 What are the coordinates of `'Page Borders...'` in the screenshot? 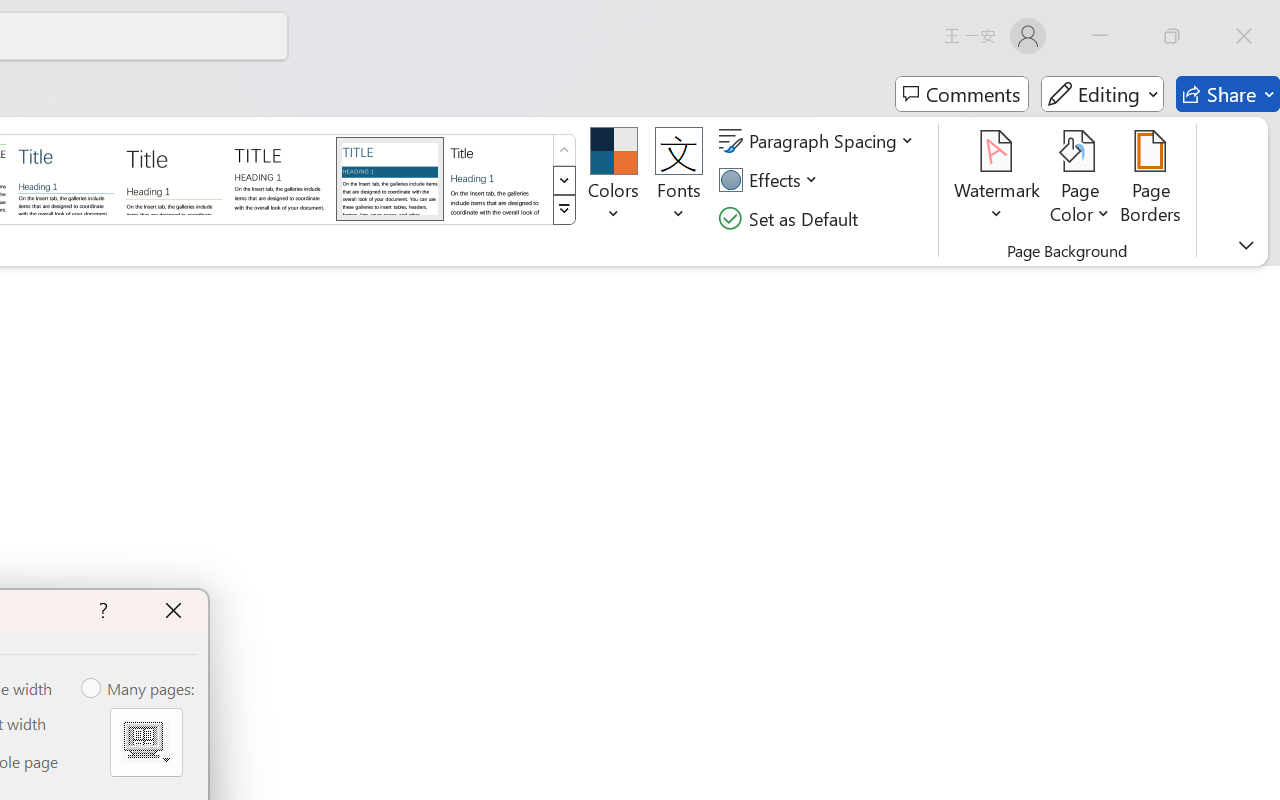 It's located at (1151, 179).